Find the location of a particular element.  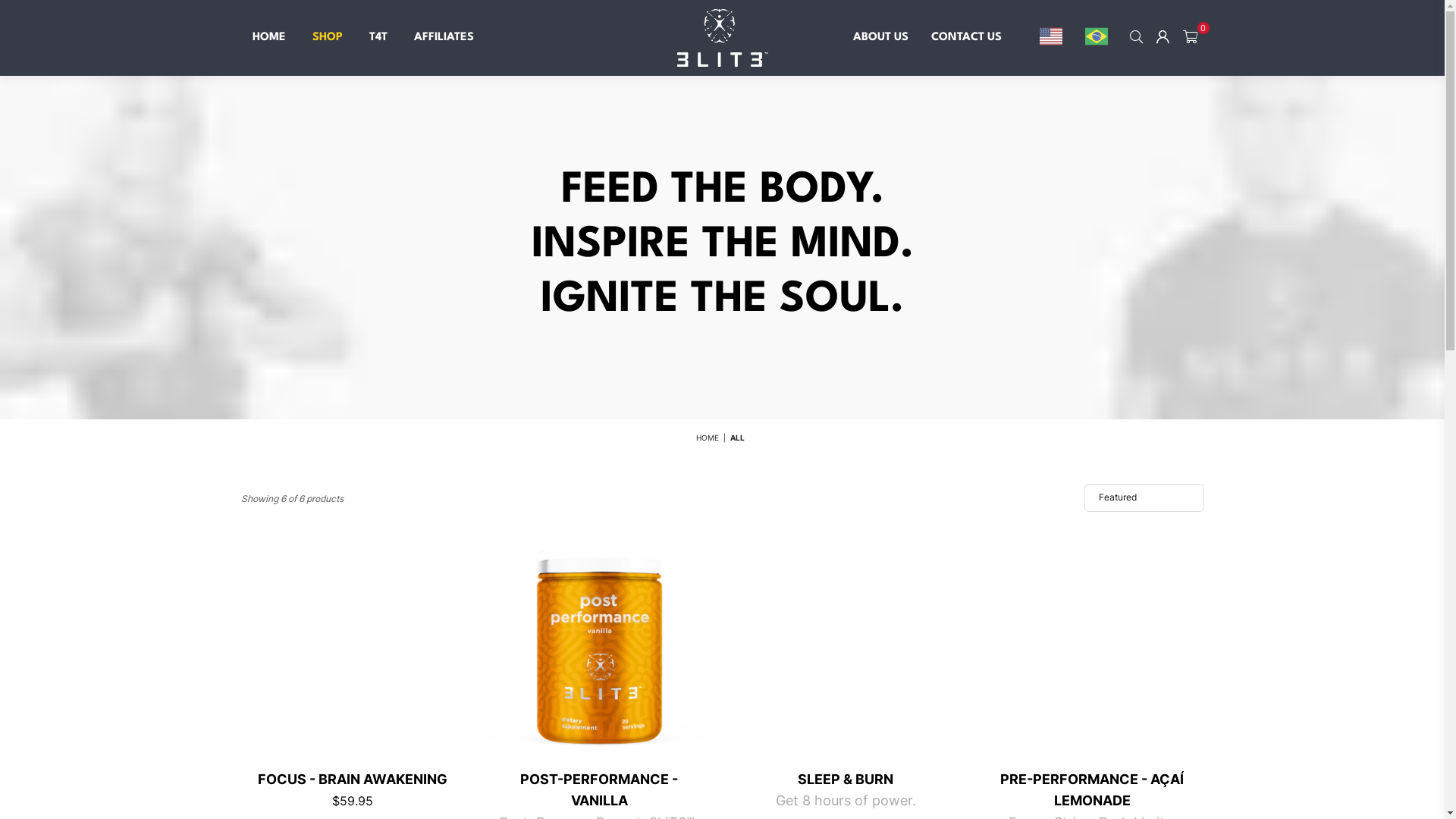

'AFFILIATES' is located at coordinates (442, 37).